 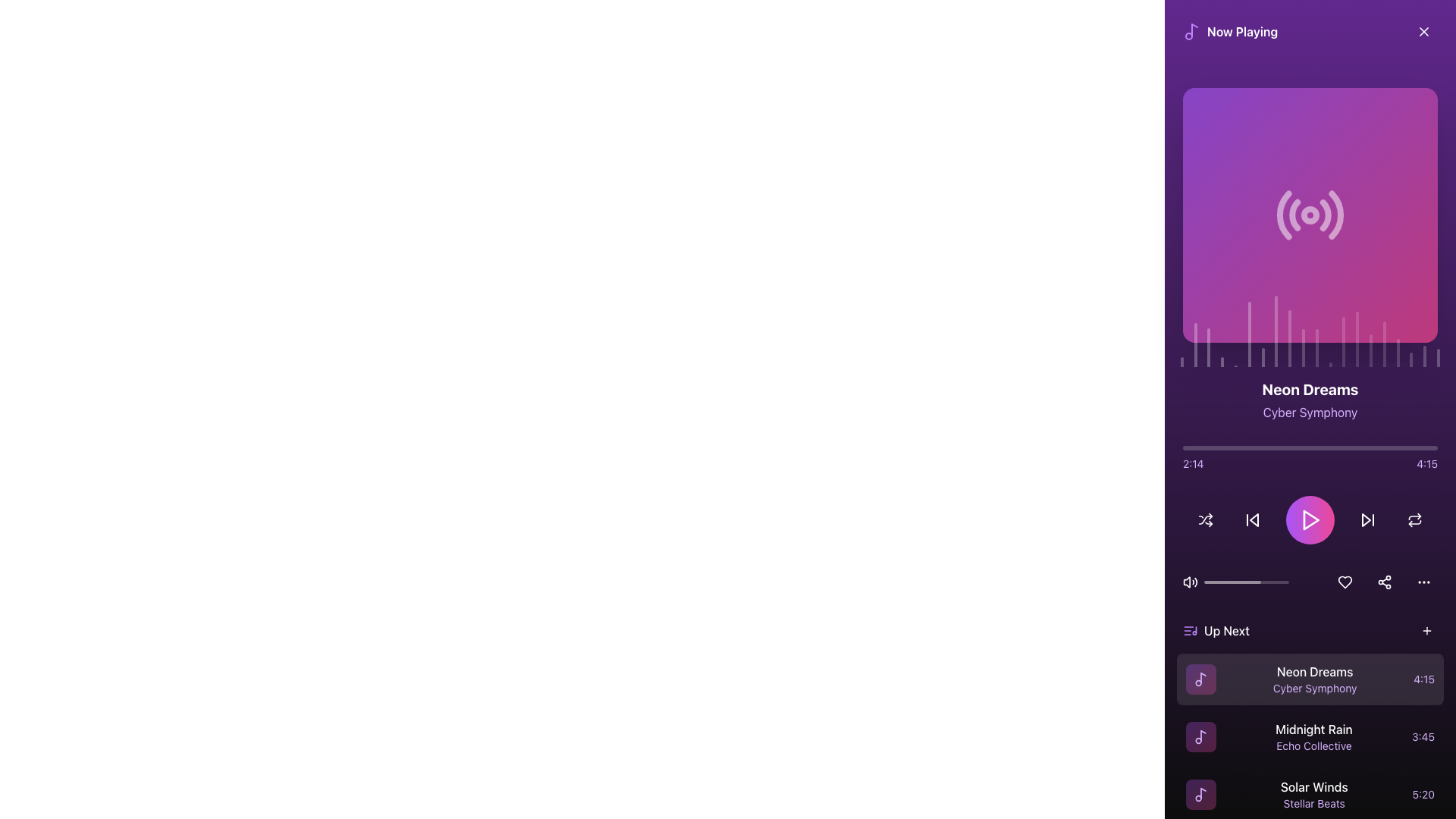 What do you see at coordinates (1345, 581) in the screenshot?
I see `the heart icon button located in the row of interactive controls near the bottom of the panel to like or unlike the current track` at bounding box center [1345, 581].